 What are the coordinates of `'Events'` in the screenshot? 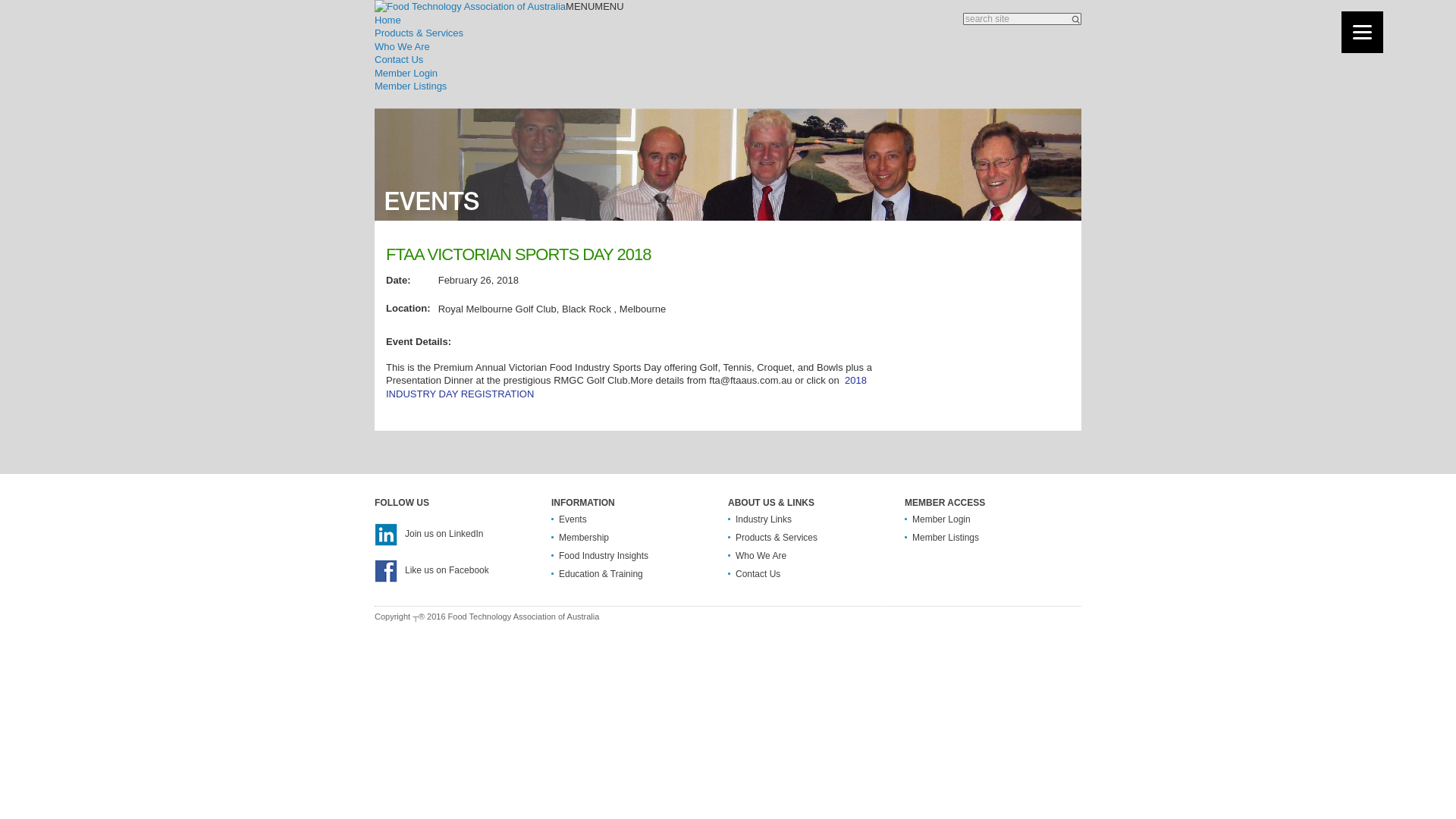 It's located at (572, 519).